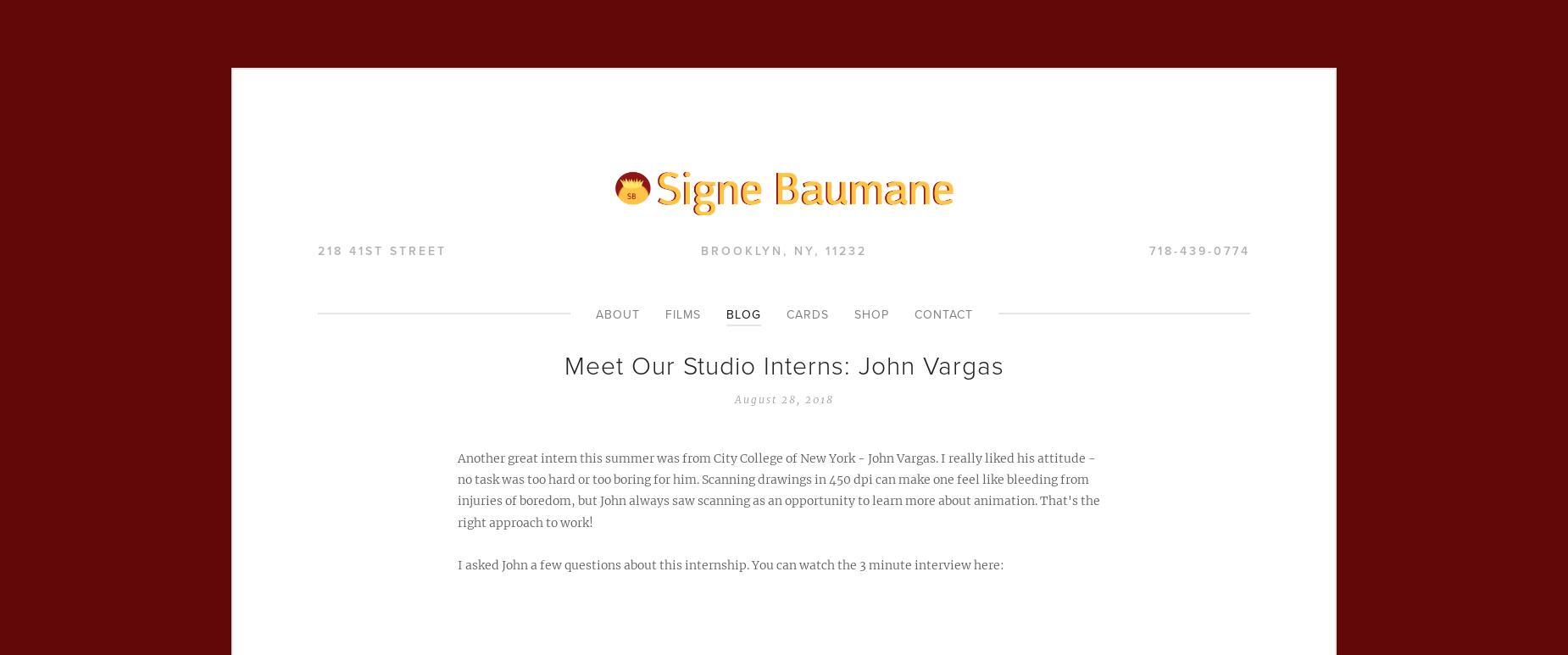 This screenshot has width=1568, height=655. Describe the element at coordinates (852, 314) in the screenshot. I see `'Shop'` at that location.